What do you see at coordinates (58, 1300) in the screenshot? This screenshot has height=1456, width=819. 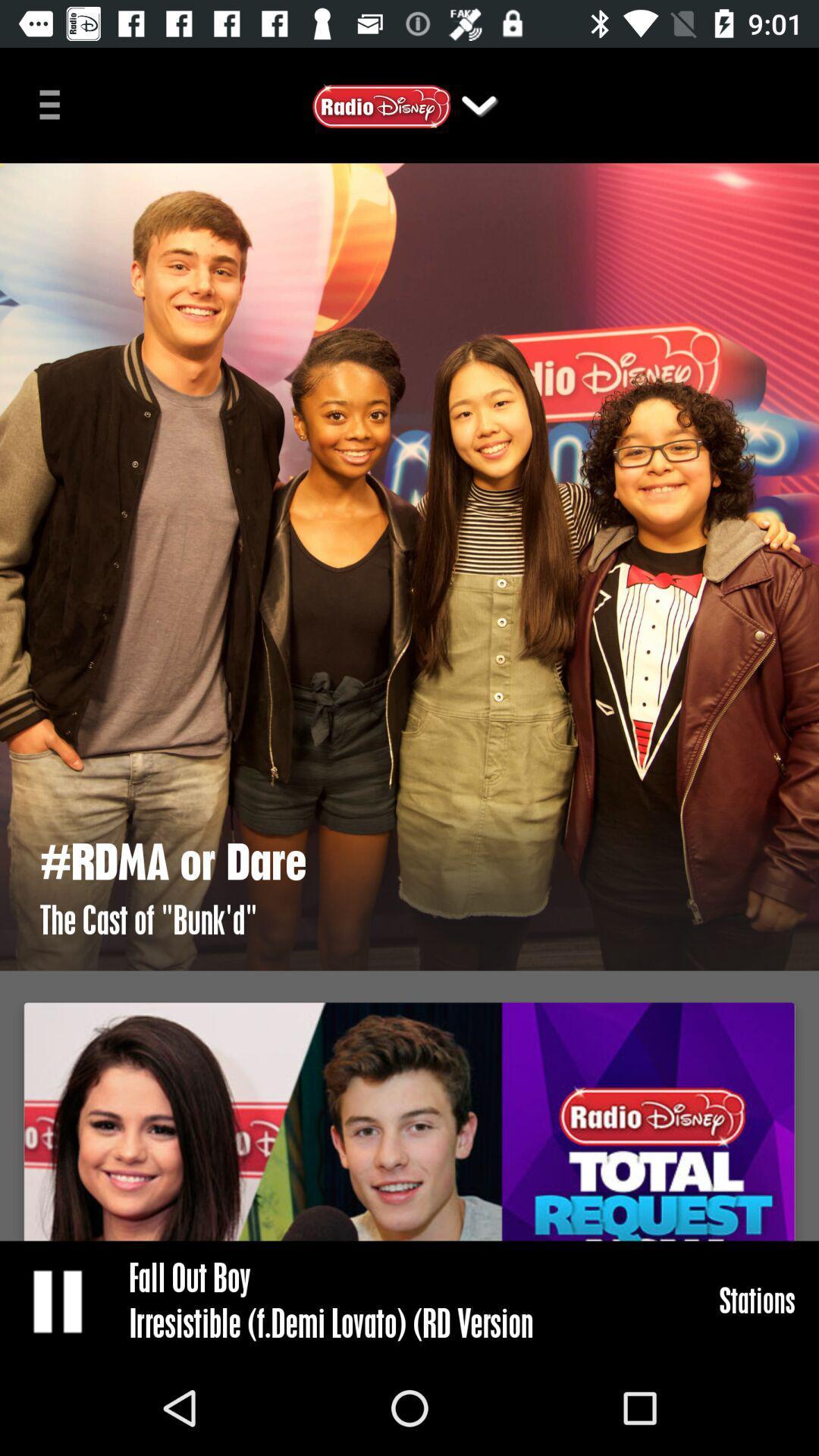 I see `the item at the bottom left corner` at bounding box center [58, 1300].